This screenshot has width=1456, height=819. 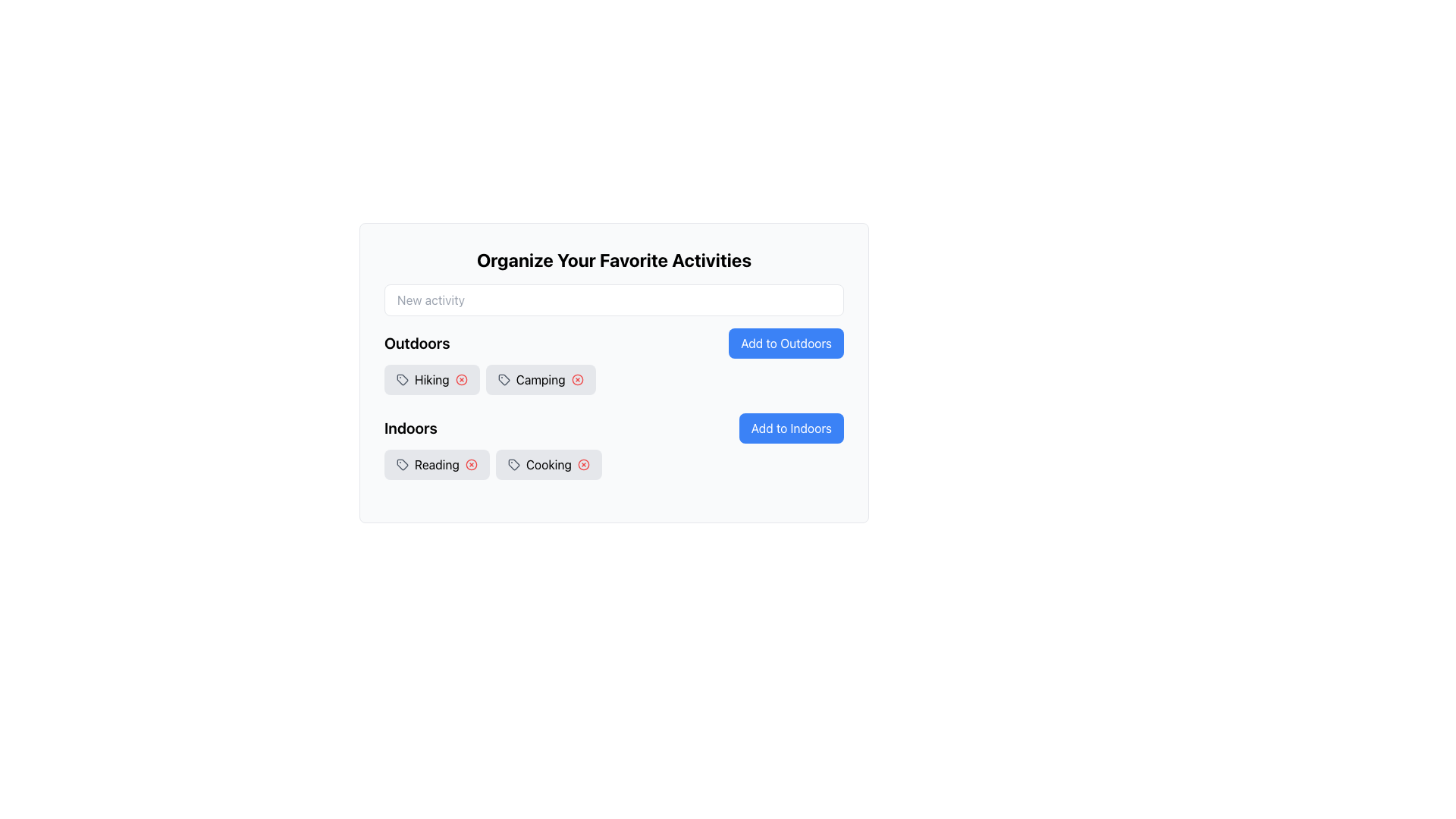 What do you see at coordinates (513, 464) in the screenshot?
I see `visual tag icon located to the left of the 'Cooking' button under the 'Indoors' section of the interface` at bounding box center [513, 464].